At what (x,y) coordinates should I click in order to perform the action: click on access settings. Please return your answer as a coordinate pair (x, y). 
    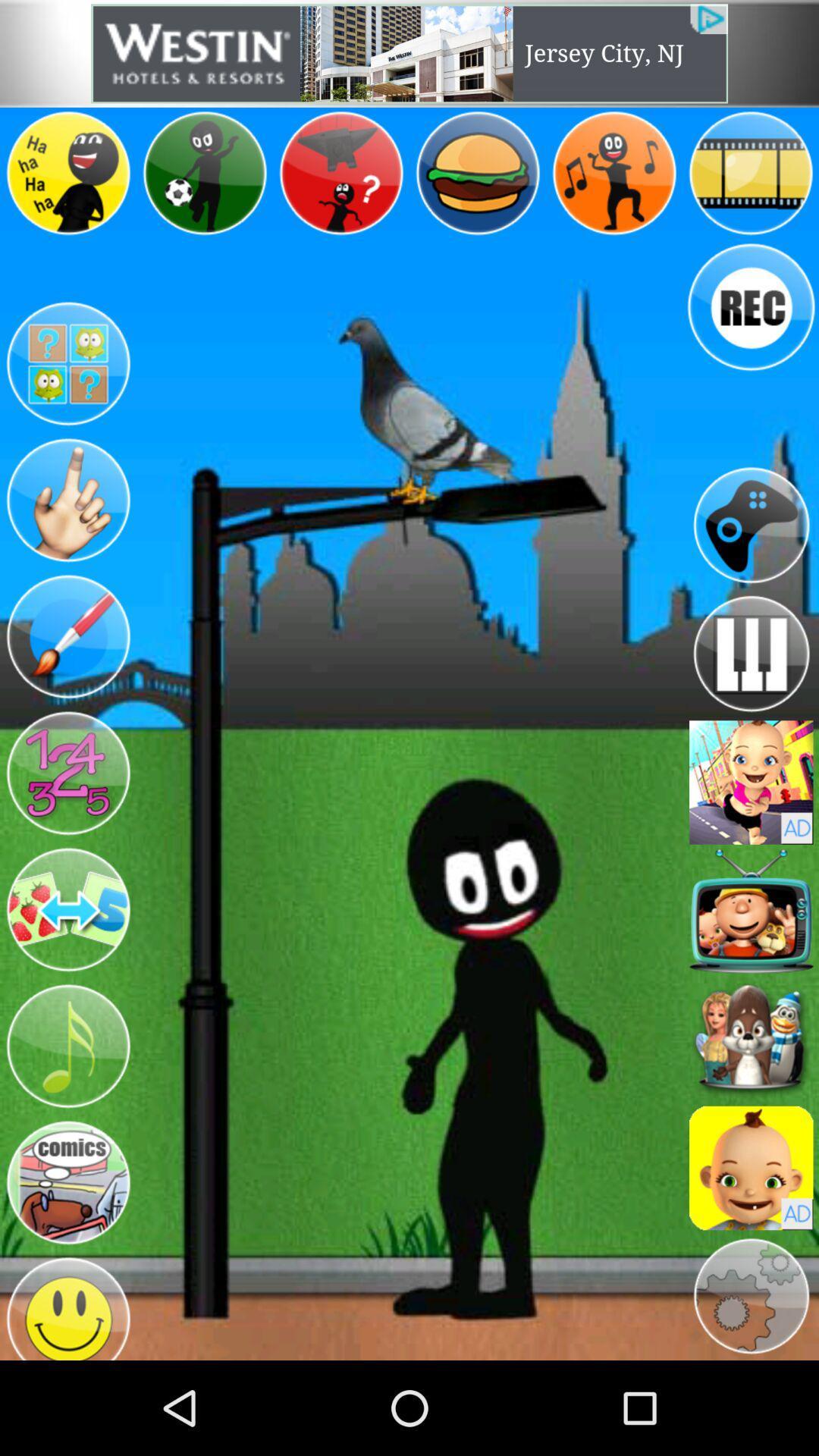
    Looking at the image, I should click on (751, 1295).